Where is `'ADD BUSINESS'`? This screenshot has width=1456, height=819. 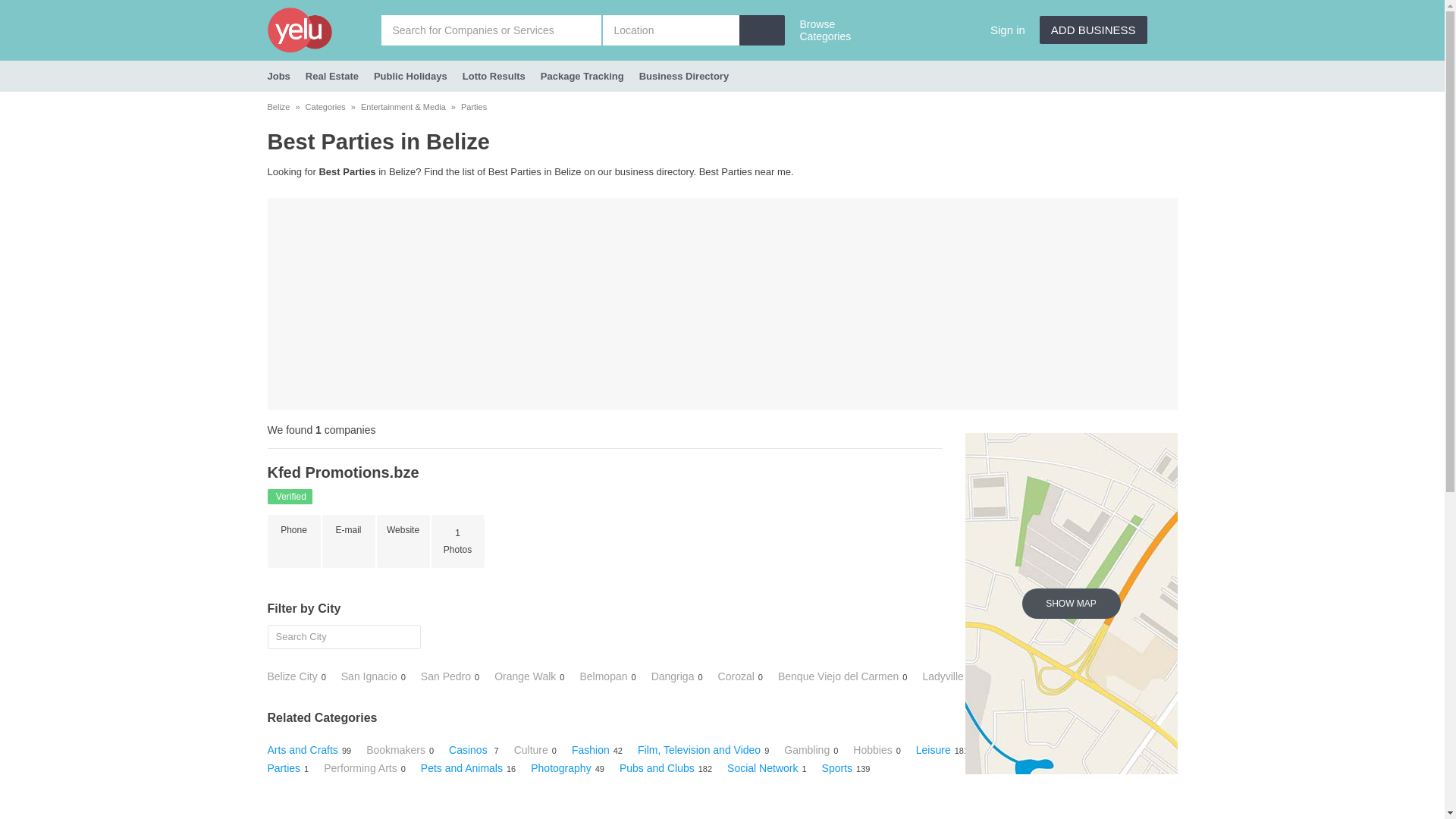
'ADD BUSINESS' is located at coordinates (1093, 30).